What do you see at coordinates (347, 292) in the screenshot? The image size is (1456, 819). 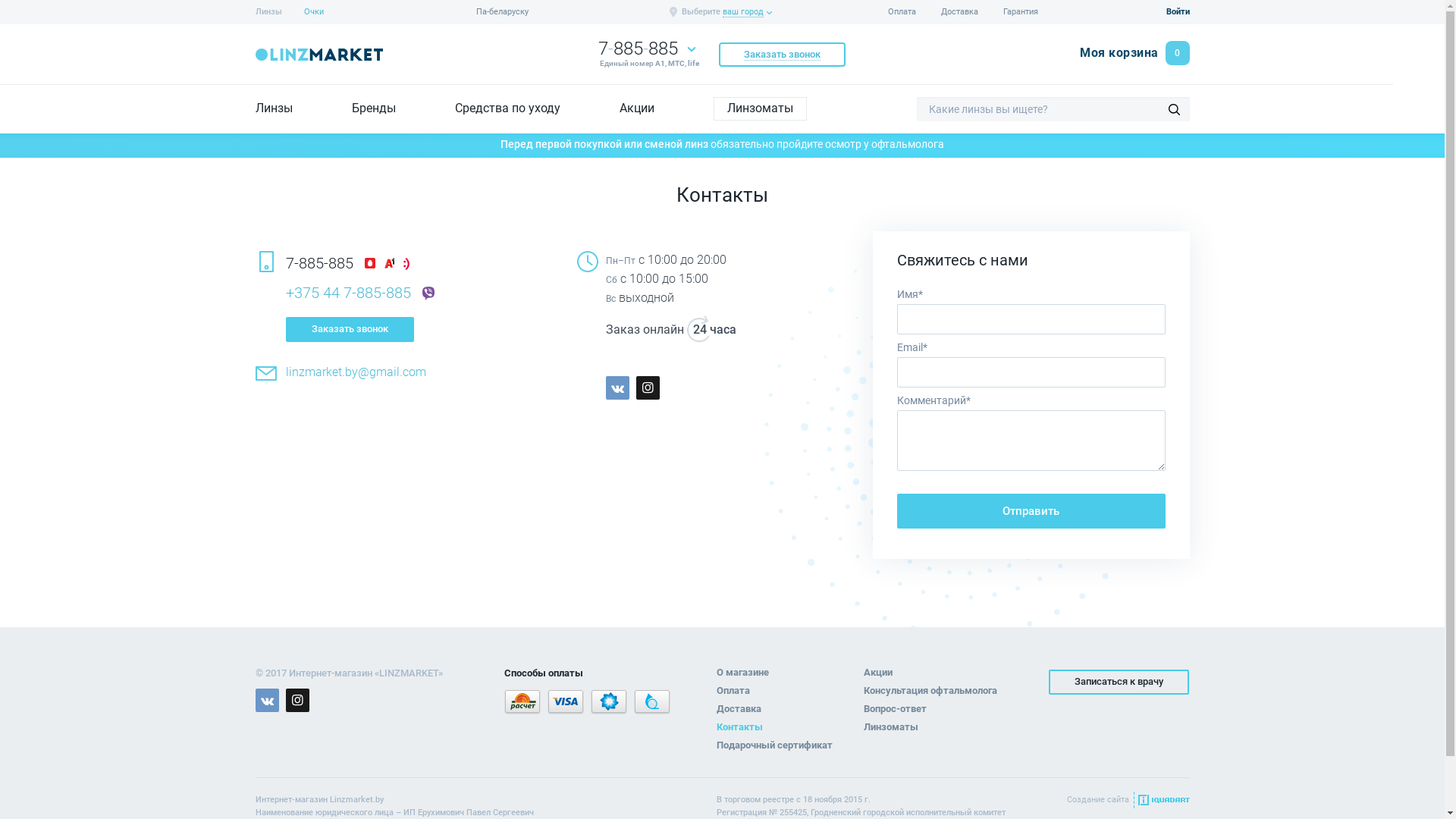 I see `'+375 44 7-885-885'` at bounding box center [347, 292].